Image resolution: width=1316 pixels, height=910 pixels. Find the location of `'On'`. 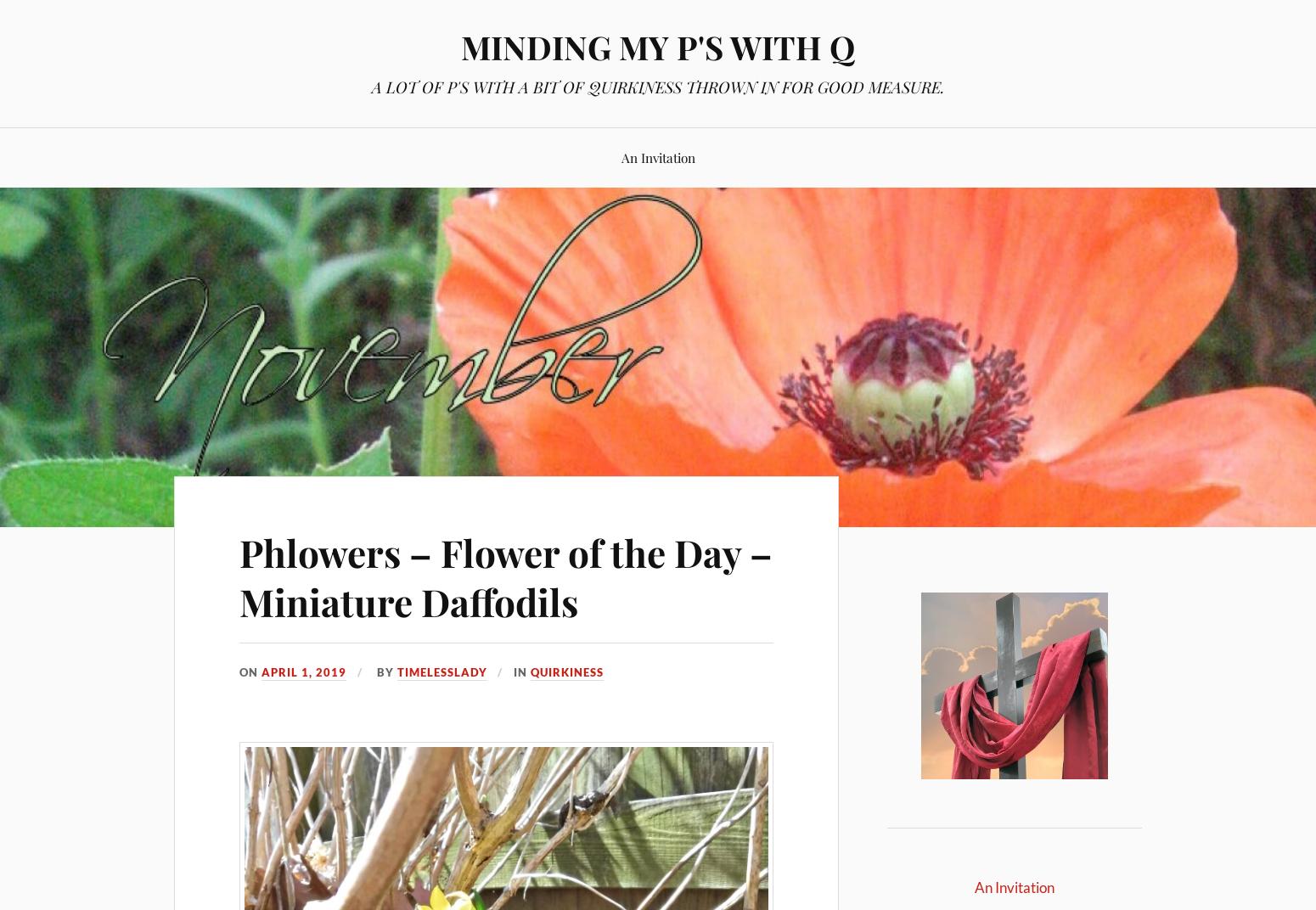

'On' is located at coordinates (250, 671).